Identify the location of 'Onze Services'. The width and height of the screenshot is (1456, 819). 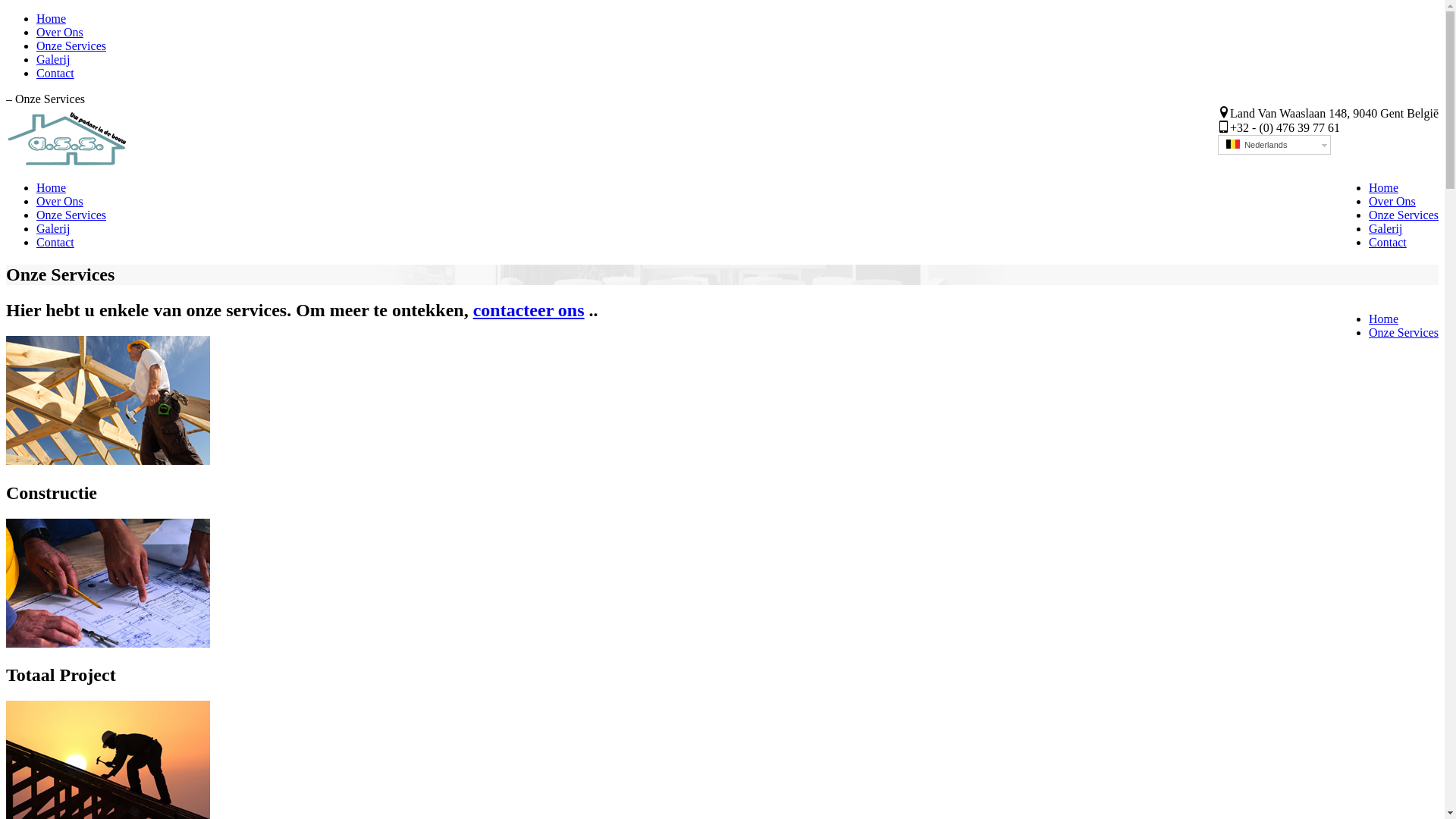
(1403, 331).